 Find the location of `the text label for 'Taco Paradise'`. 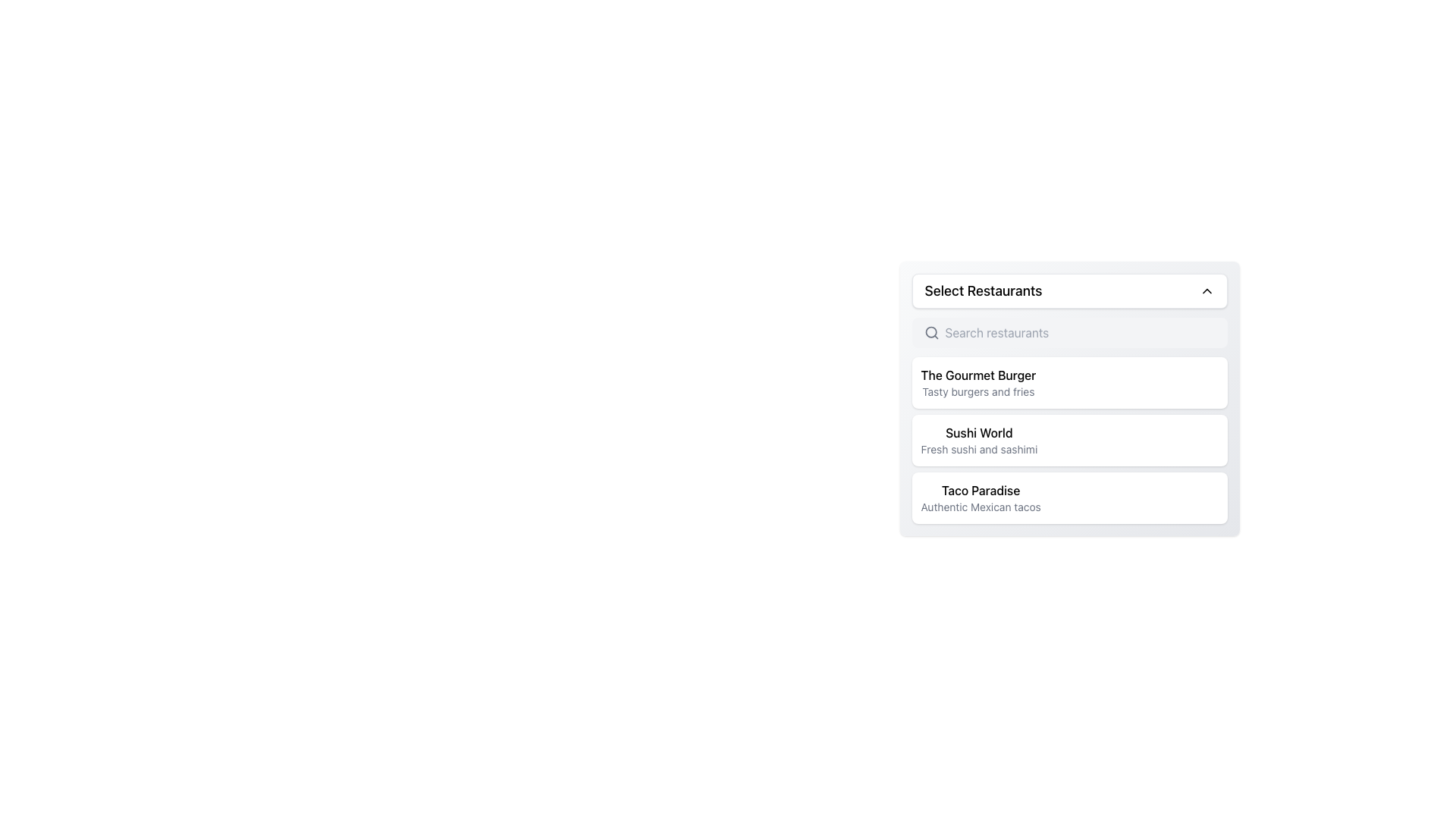

the text label for 'Taco Paradise' is located at coordinates (981, 491).